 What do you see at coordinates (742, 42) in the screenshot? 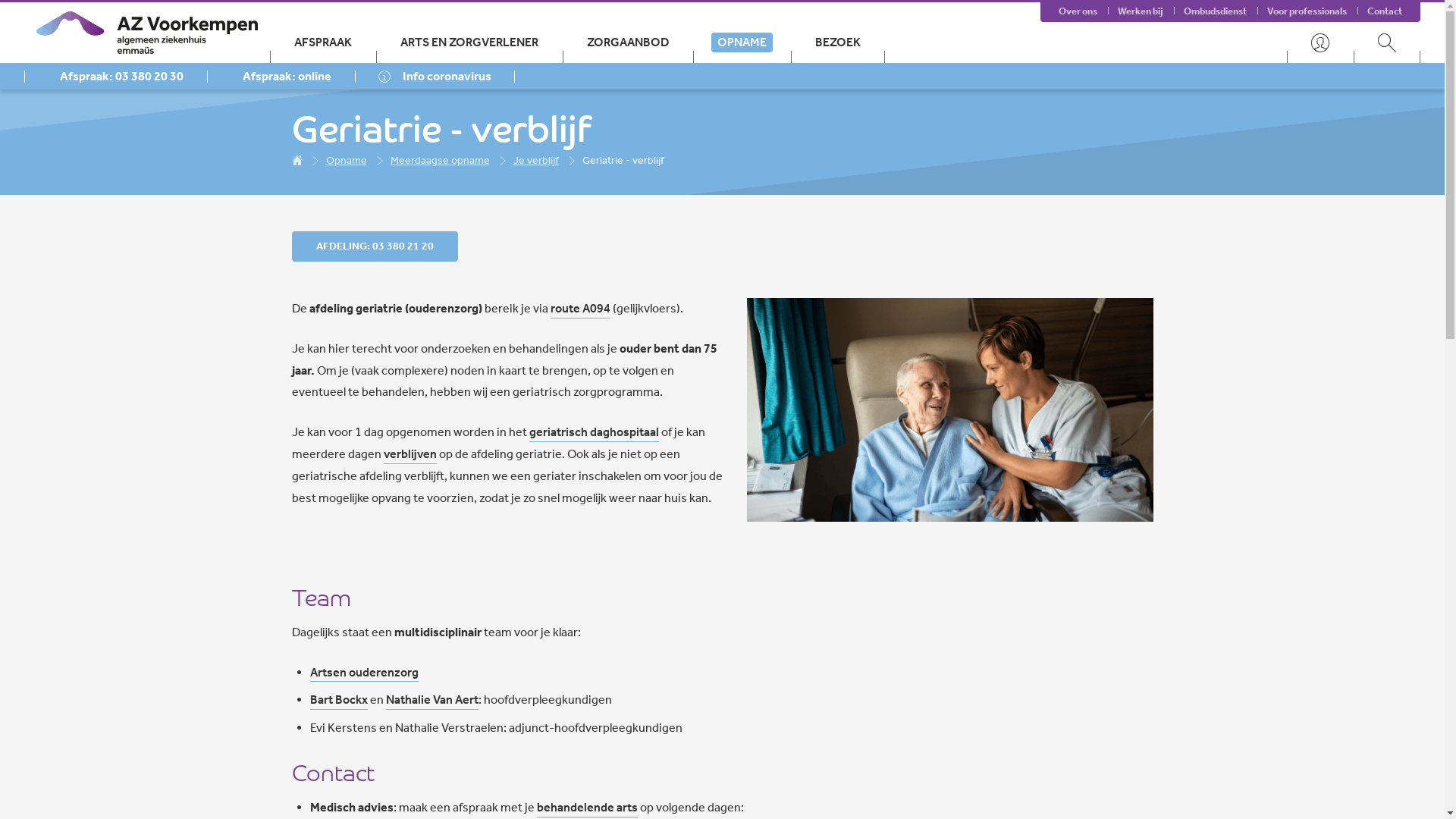
I see `'OPNAME'` at bounding box center [742, 42].